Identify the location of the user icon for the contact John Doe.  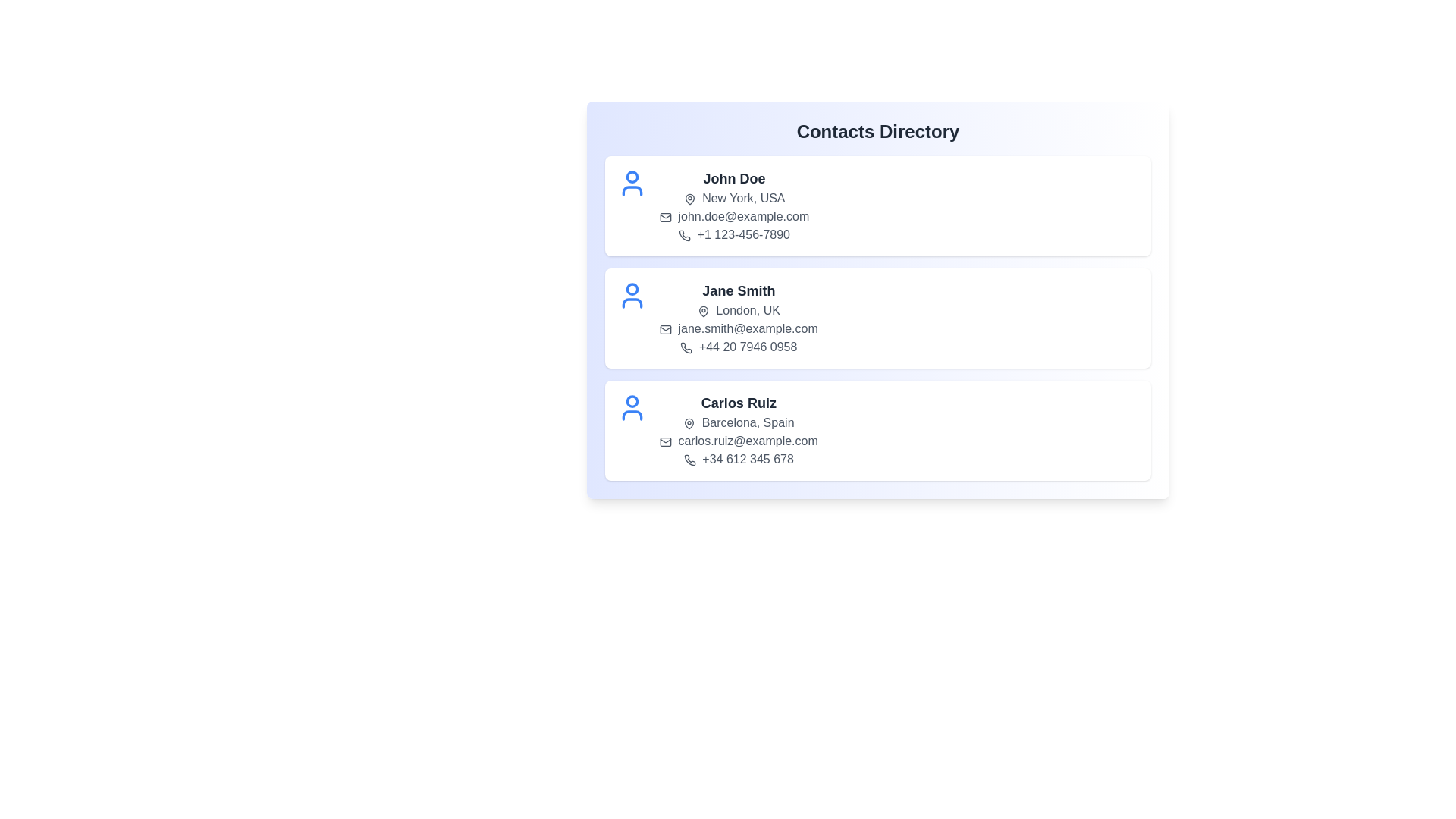
(632, 183).